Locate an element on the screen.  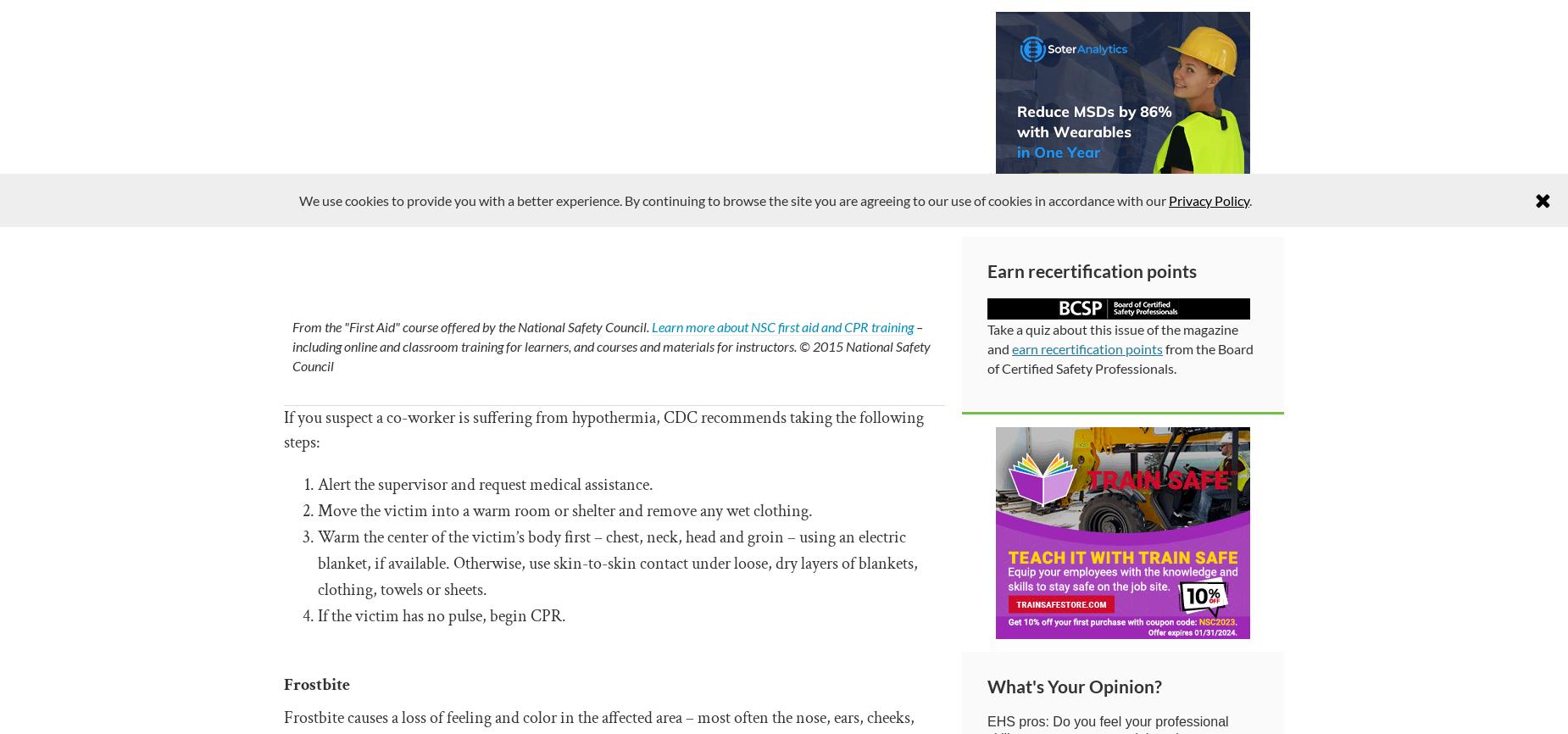
'Warm the center of the victim’s body first – chest, neck, head and groin – using an electric blanket, if available. Otherwise, use skin-to-skin contact under loose, dry layers of blankets, clothing, towels or sheets.' is located at coordinates (618, 563).